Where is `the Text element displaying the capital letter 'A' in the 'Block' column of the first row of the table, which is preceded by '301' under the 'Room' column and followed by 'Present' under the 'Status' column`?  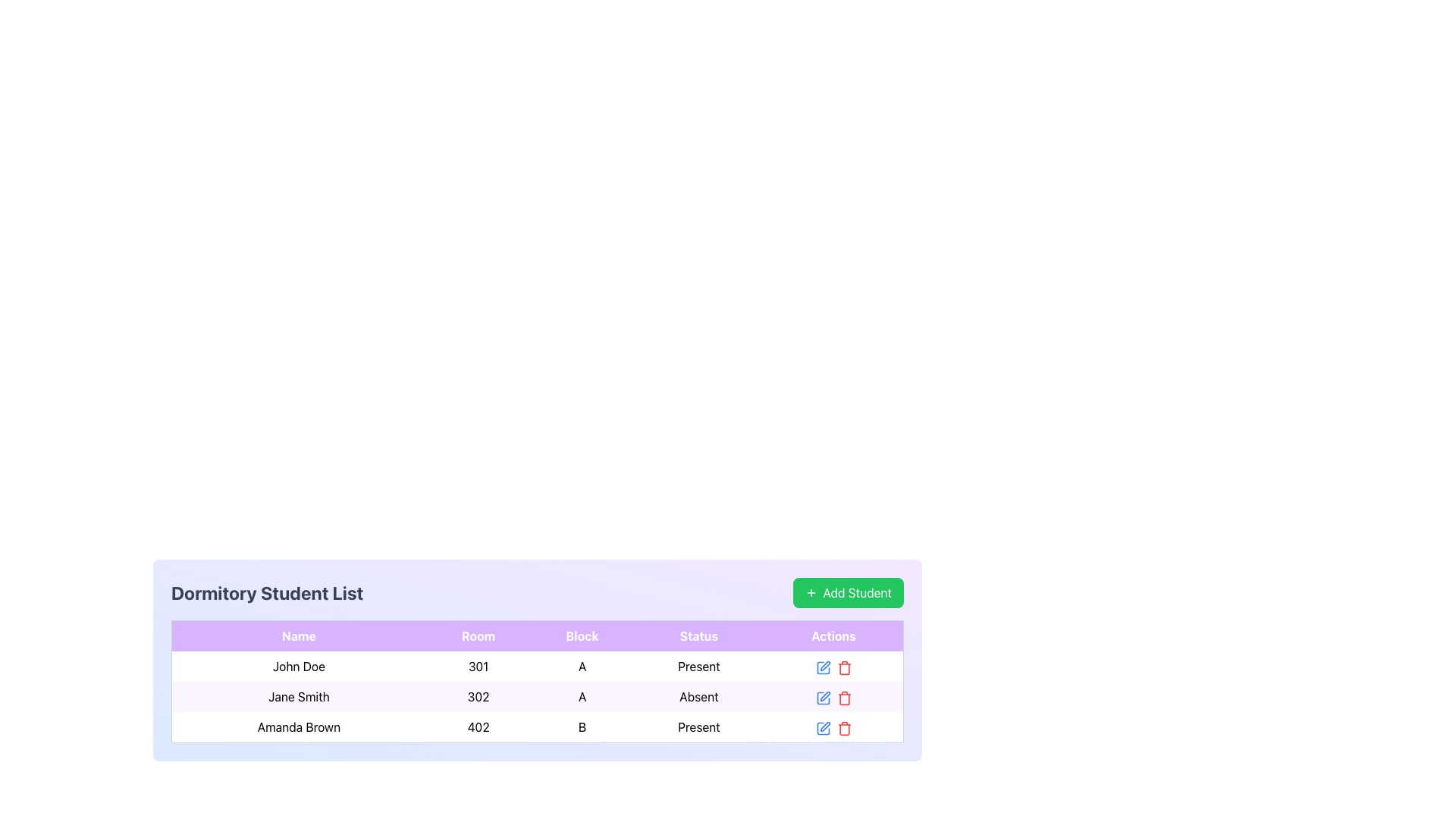
the Text element displaying the capital letter 'A' in the 'Block' column of the first row of the table, which is preceded by '301' under the 'Room' column and followed by 'Present' under the 'Status' column is located at coordinates (582, 666).